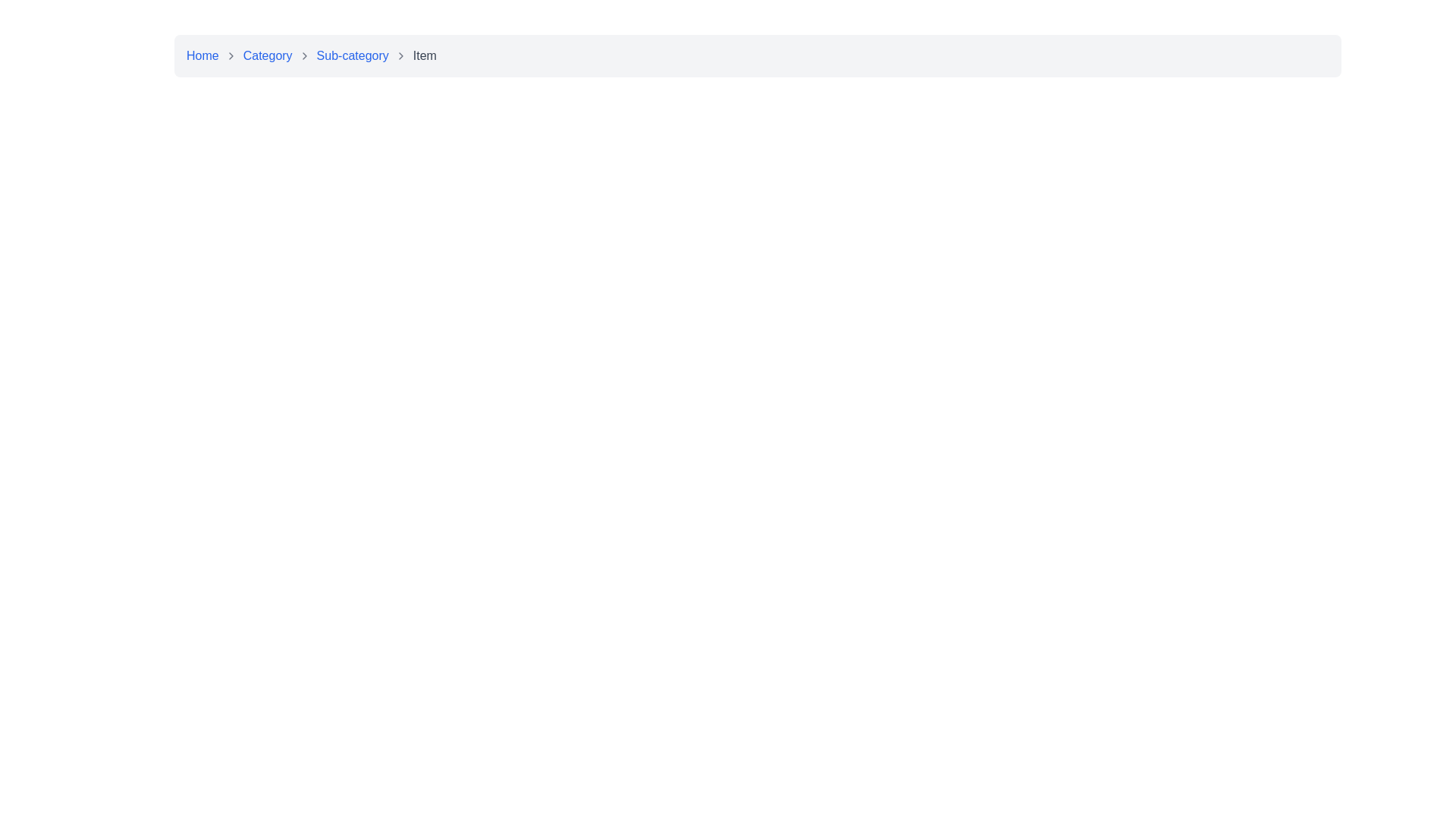 The image size is (1456, 819). Describe the element at coordinates (352, 55) in the screenshot. I see `the 'Sub-category' hyperlink text label` at that location.